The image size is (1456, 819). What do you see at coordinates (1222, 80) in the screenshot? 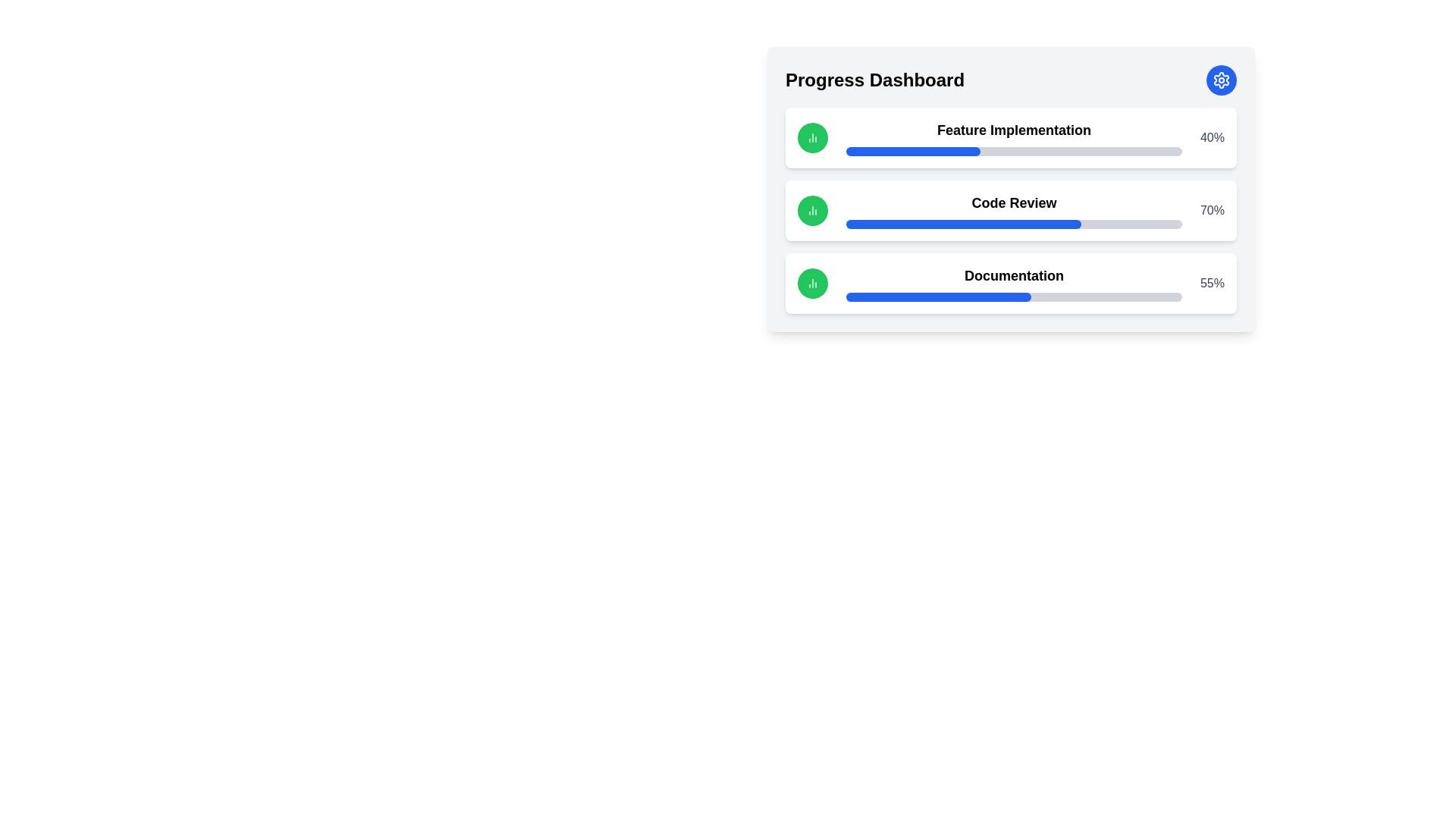
I see `the gear-shaped icon button with a blue background and white outlines located at the top-right corner of the 'Progress Dashboard'` at bounding box center [1222, 80].